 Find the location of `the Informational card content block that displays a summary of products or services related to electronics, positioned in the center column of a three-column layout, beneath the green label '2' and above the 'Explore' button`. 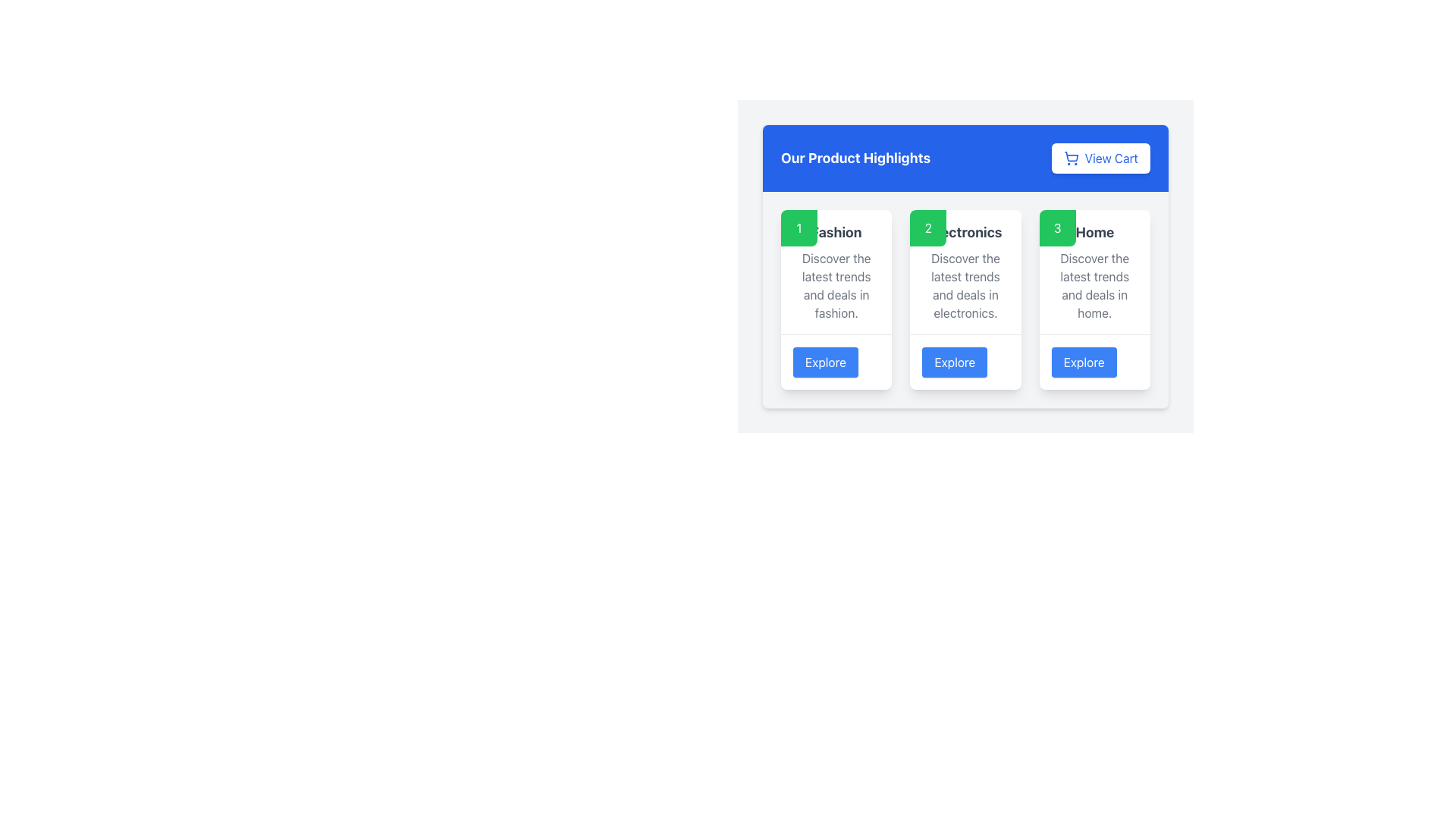

the Informational card content block that displays a summary of products or services related to electronics, positioned in the center column of a three-column layout, beneath the green label '2' and above the 'Explore' button is located at coordinates (965, 271).